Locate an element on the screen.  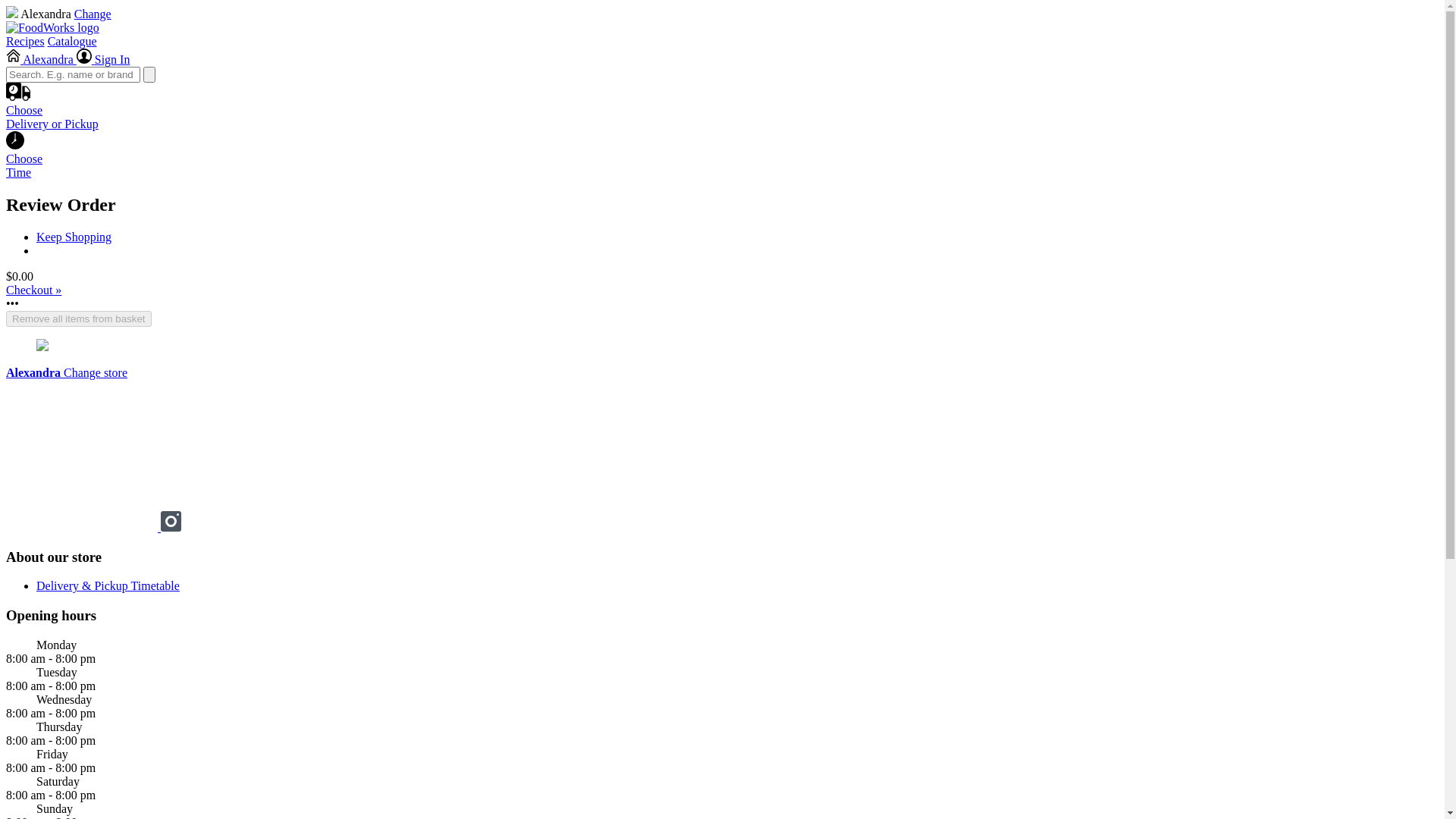
'Instagram foodworks_alexandra' is located at coordinates (171, 526).